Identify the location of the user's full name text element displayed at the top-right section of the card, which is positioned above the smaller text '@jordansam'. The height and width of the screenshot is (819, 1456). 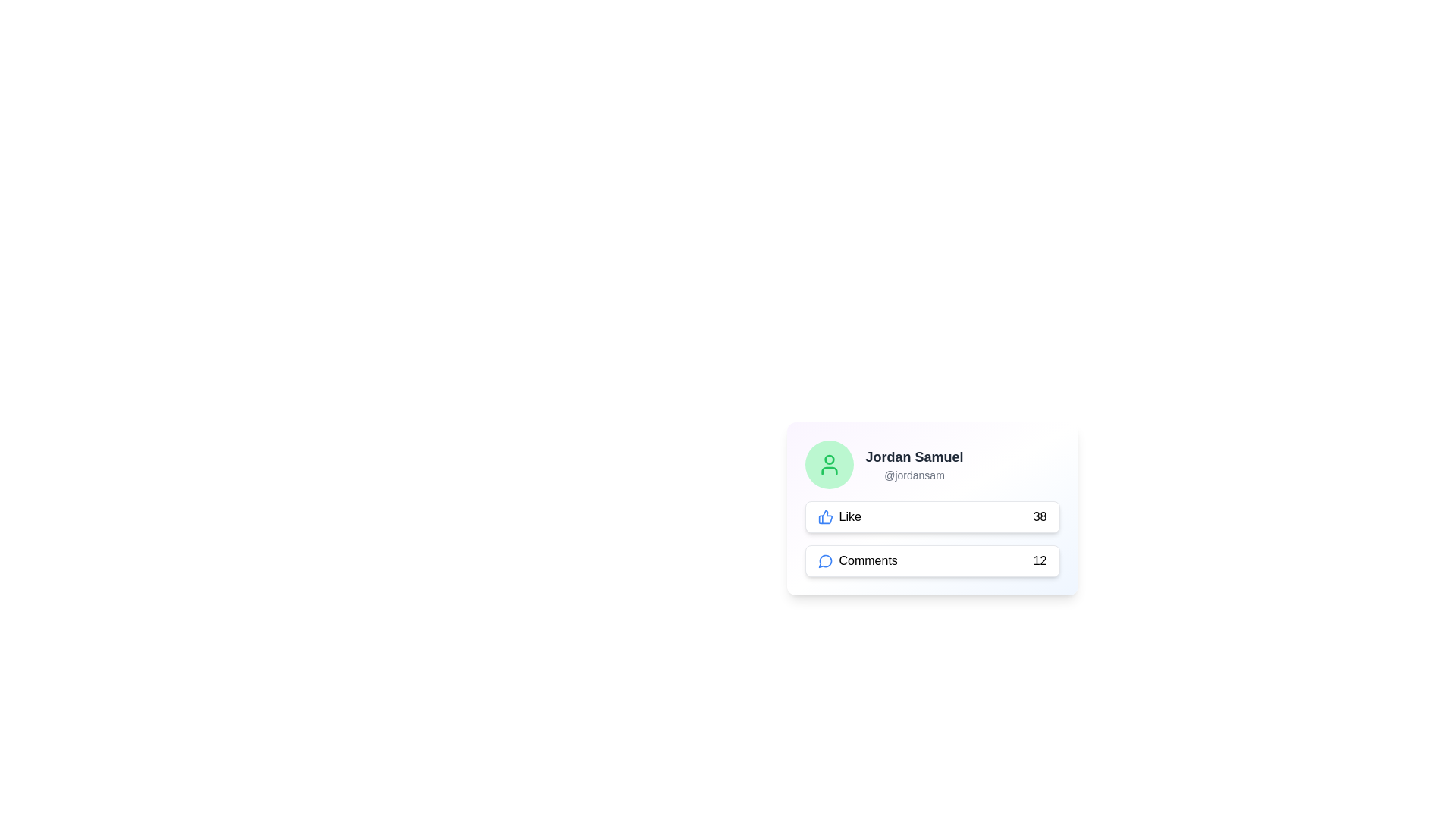
(913, 456).